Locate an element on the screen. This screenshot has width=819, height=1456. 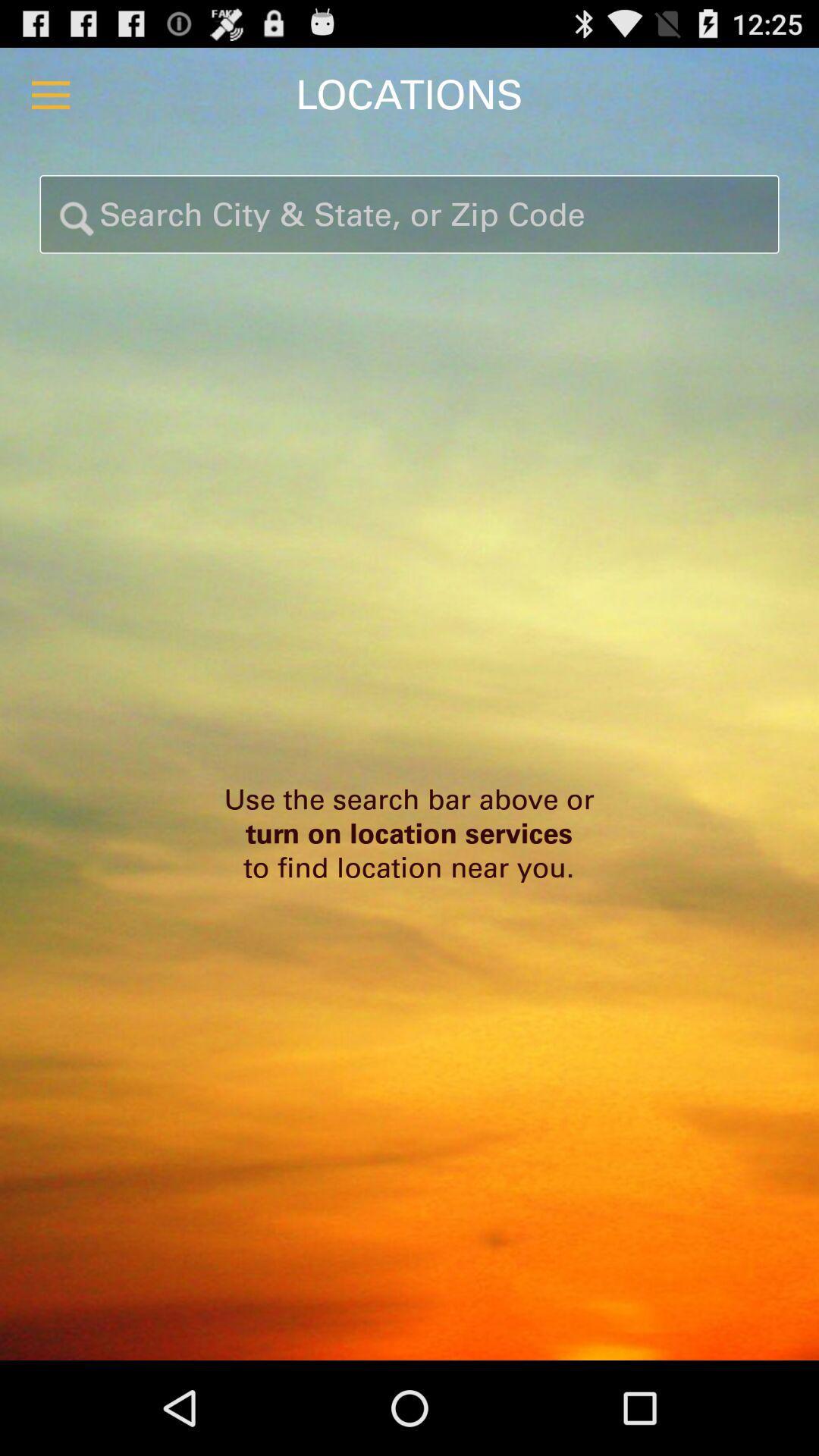
search location is located at coordinates (409, 213).